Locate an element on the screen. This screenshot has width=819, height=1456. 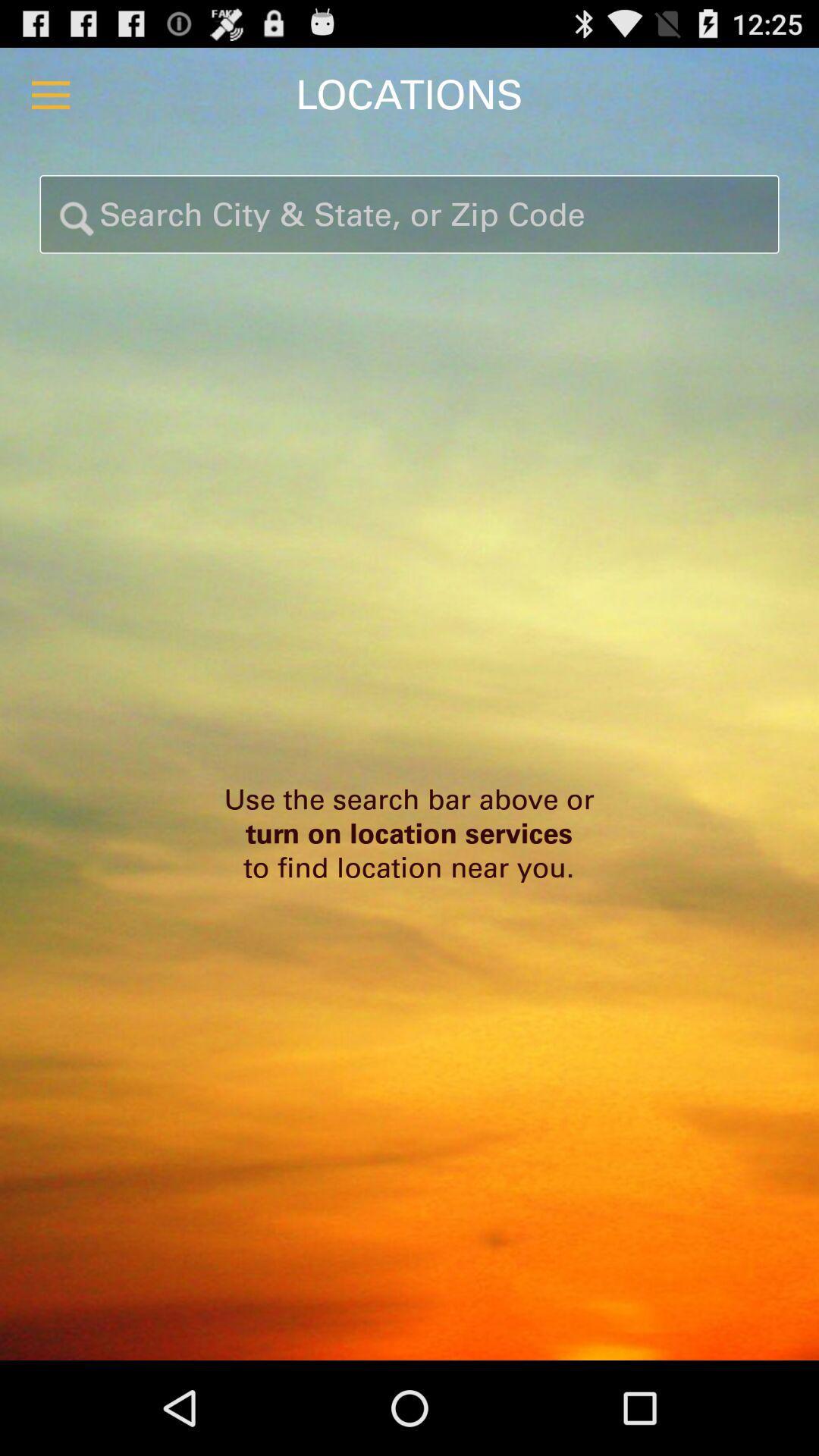
search location is located at coordinates (409, 213).